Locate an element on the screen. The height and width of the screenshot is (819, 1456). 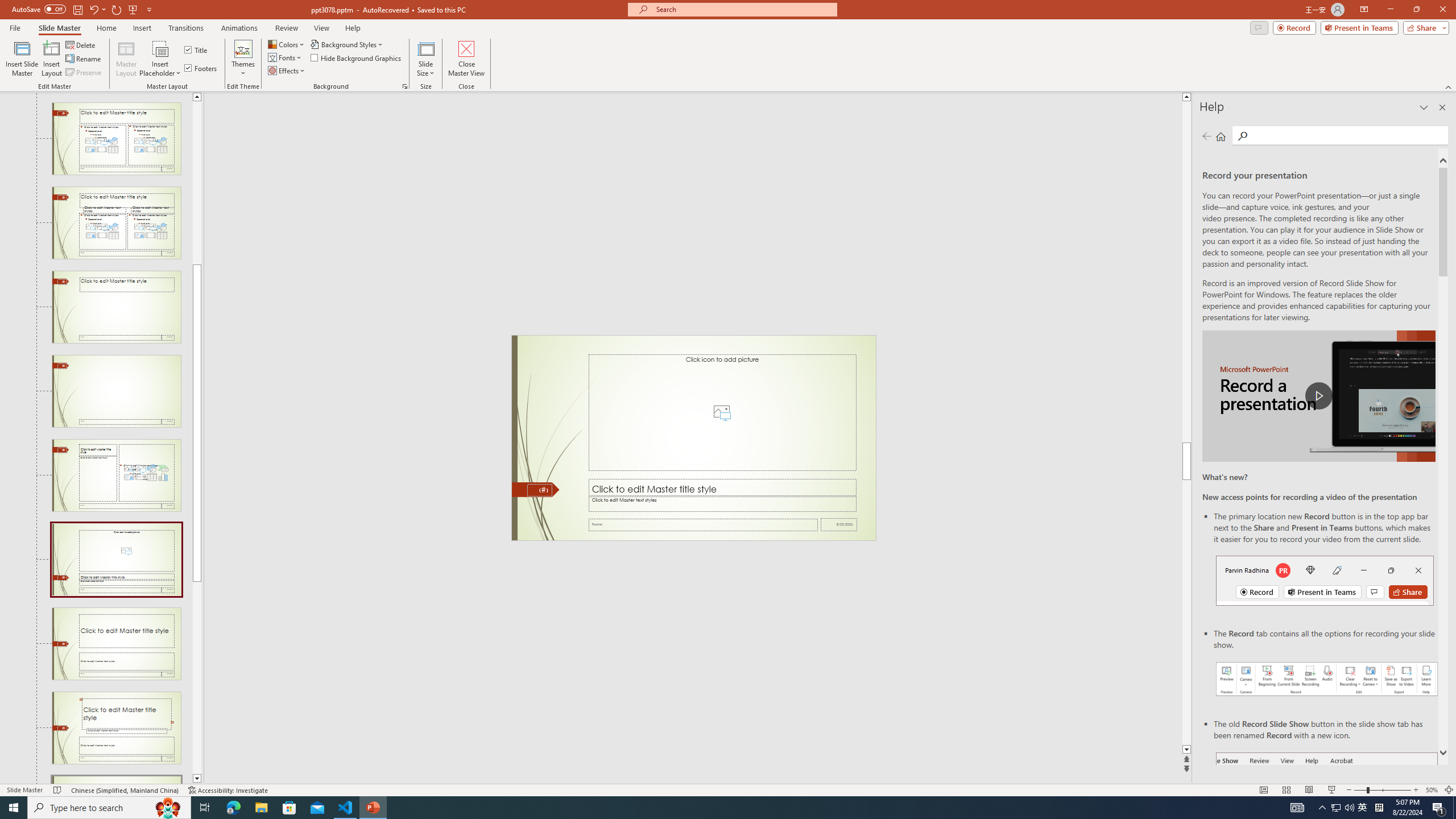
'Slide Content with Caption Layout: used by no slides' is located at coordinates (115, 474).